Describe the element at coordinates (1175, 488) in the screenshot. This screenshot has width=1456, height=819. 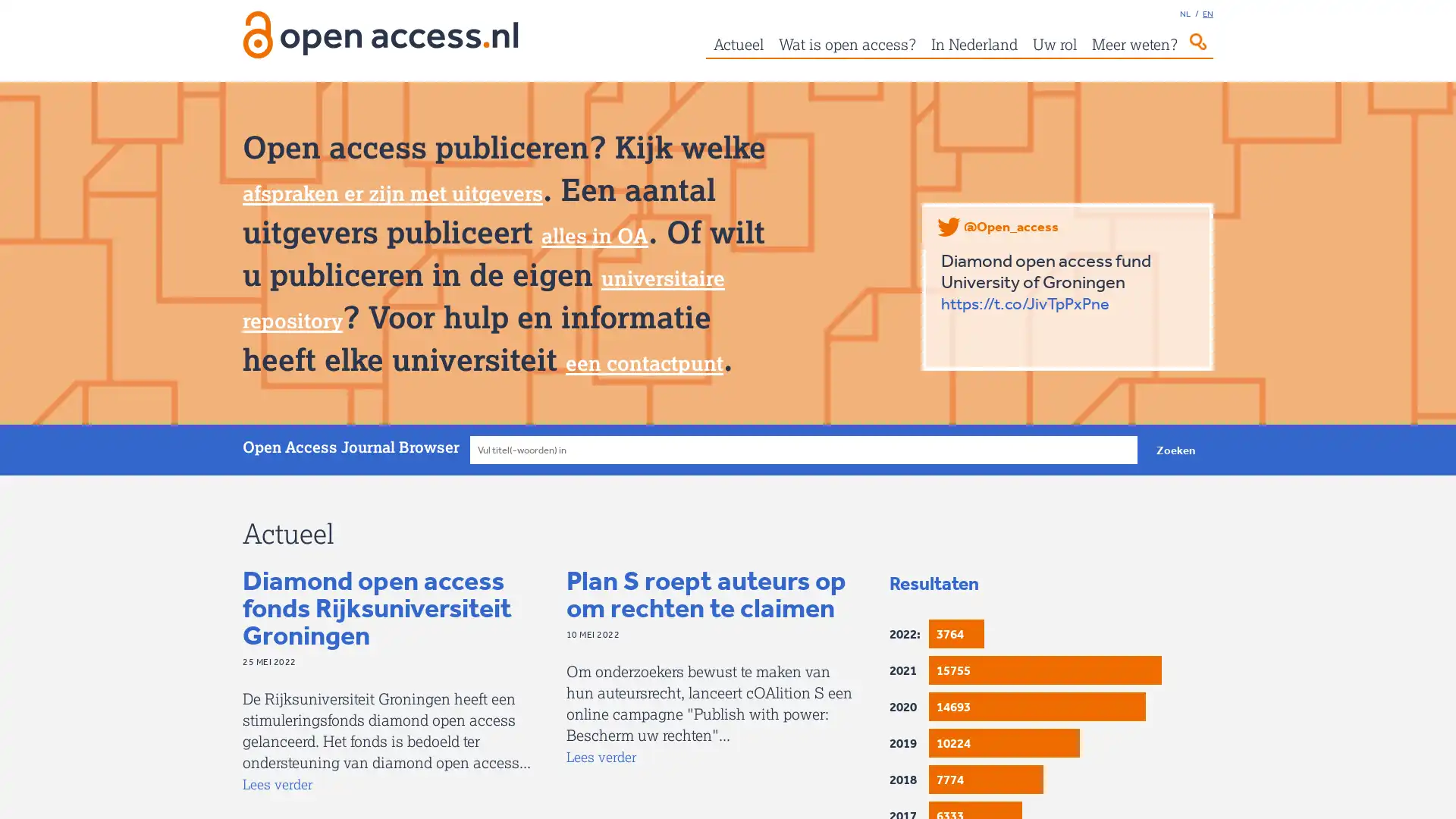
I see `Zoeken` at that location.